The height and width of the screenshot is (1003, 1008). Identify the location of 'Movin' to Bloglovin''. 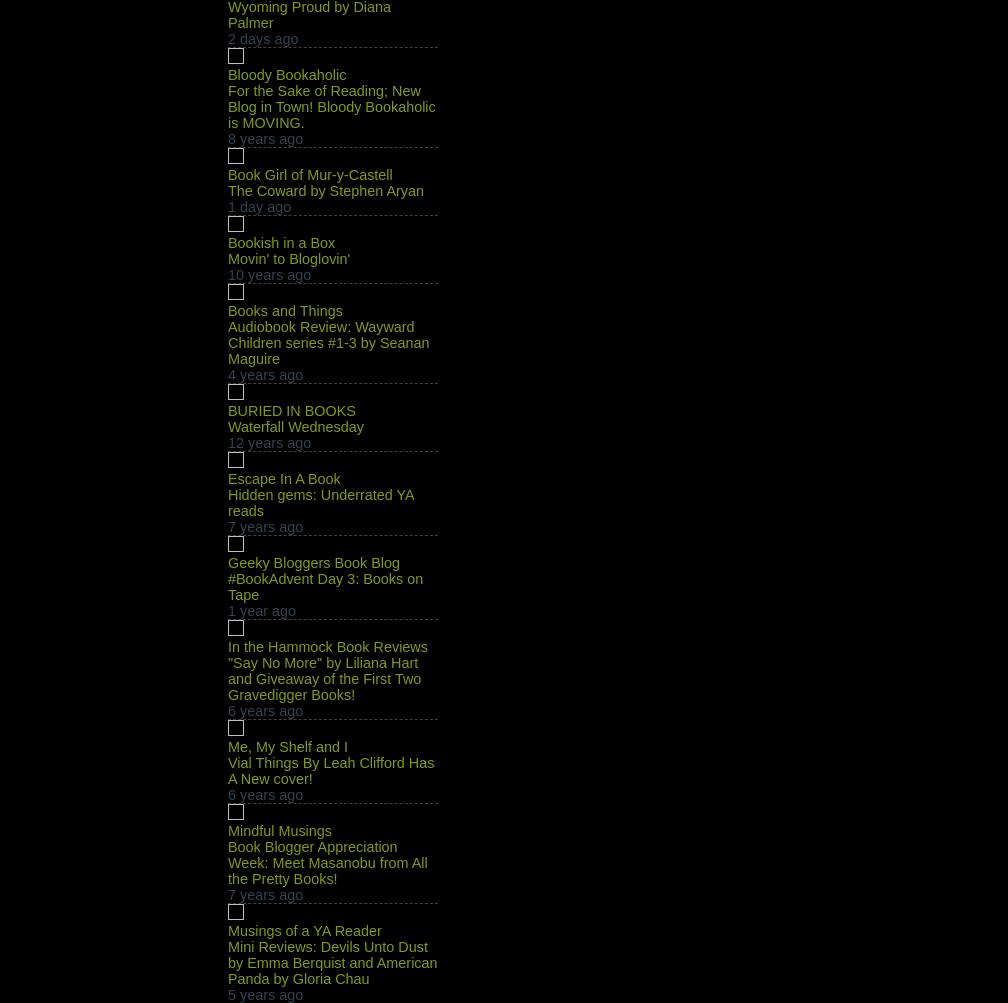
(288, 258).